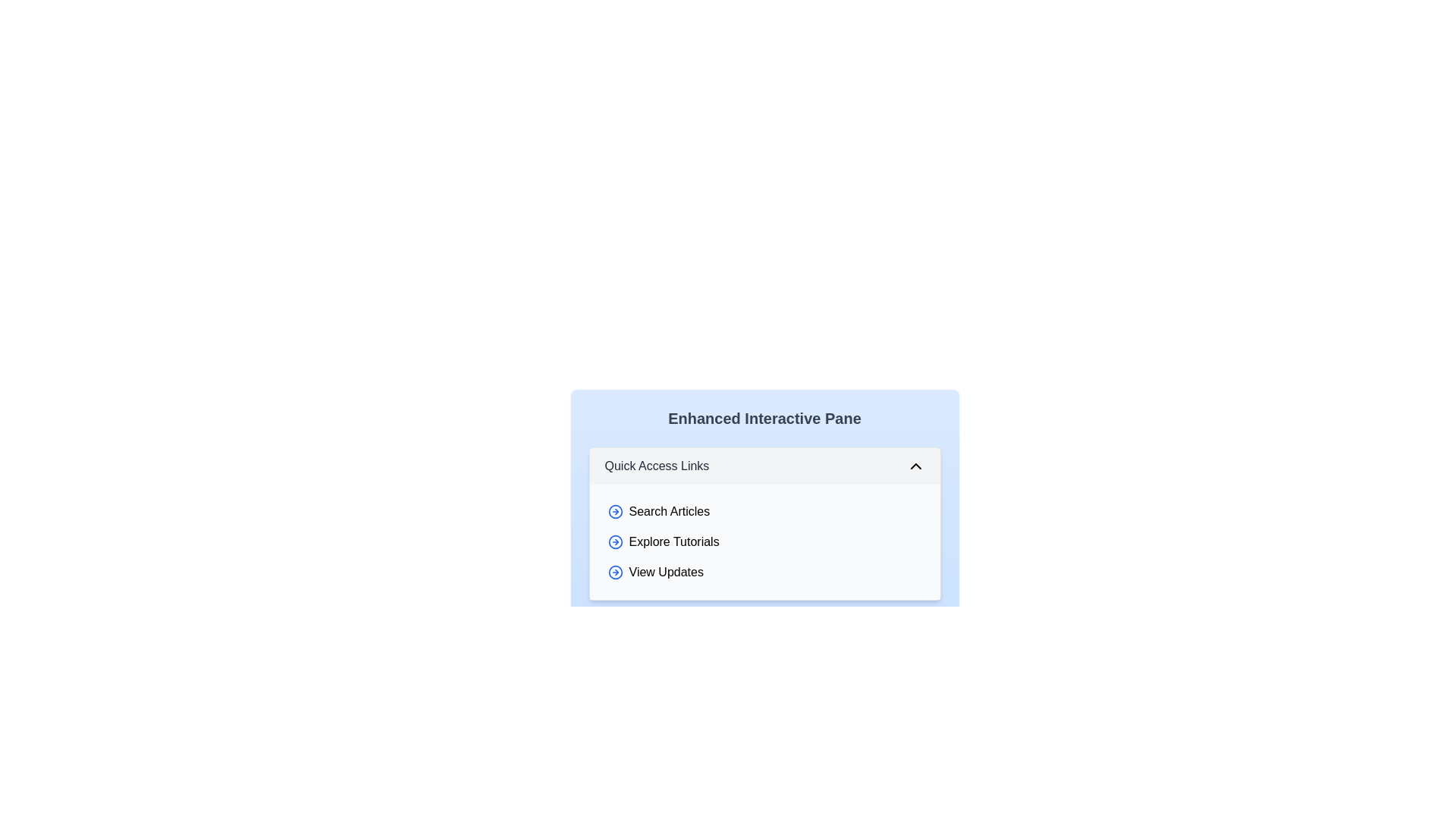  Describe the element at coordinates (615, 512) in the screenshot. I see `the icon associated with the list item Search Articles` at that location.